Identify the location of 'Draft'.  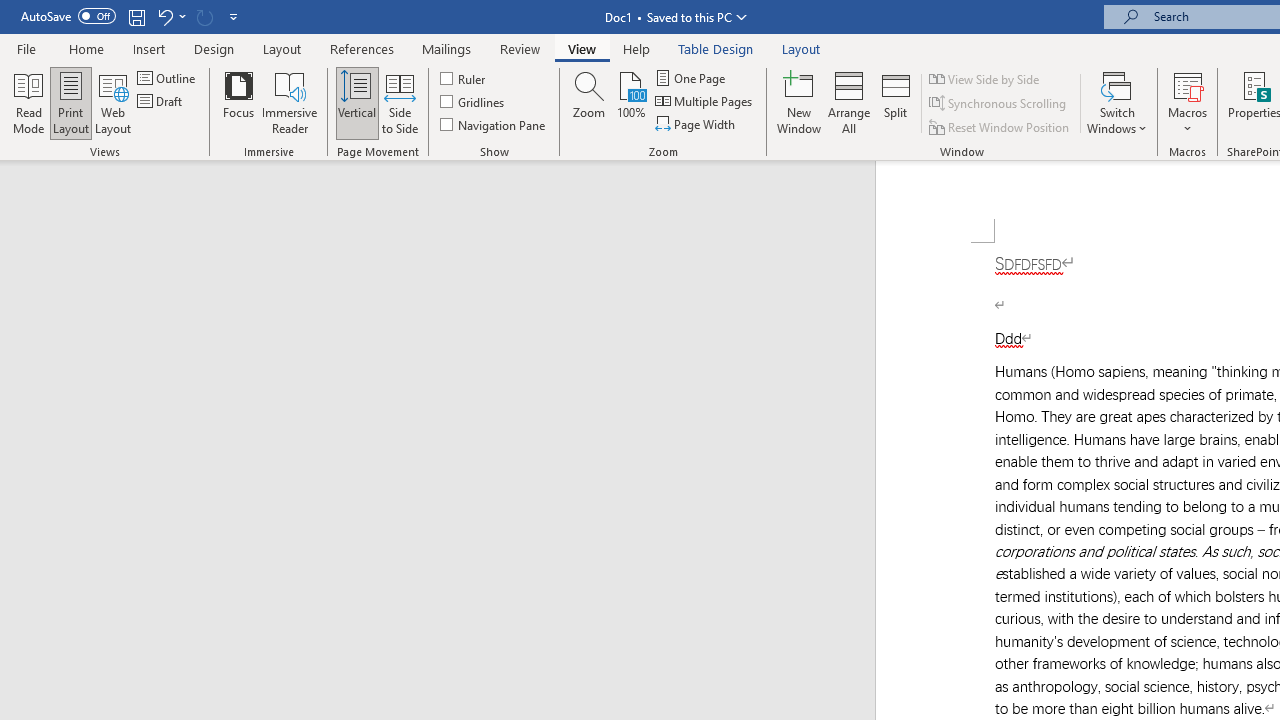
(161, 101).